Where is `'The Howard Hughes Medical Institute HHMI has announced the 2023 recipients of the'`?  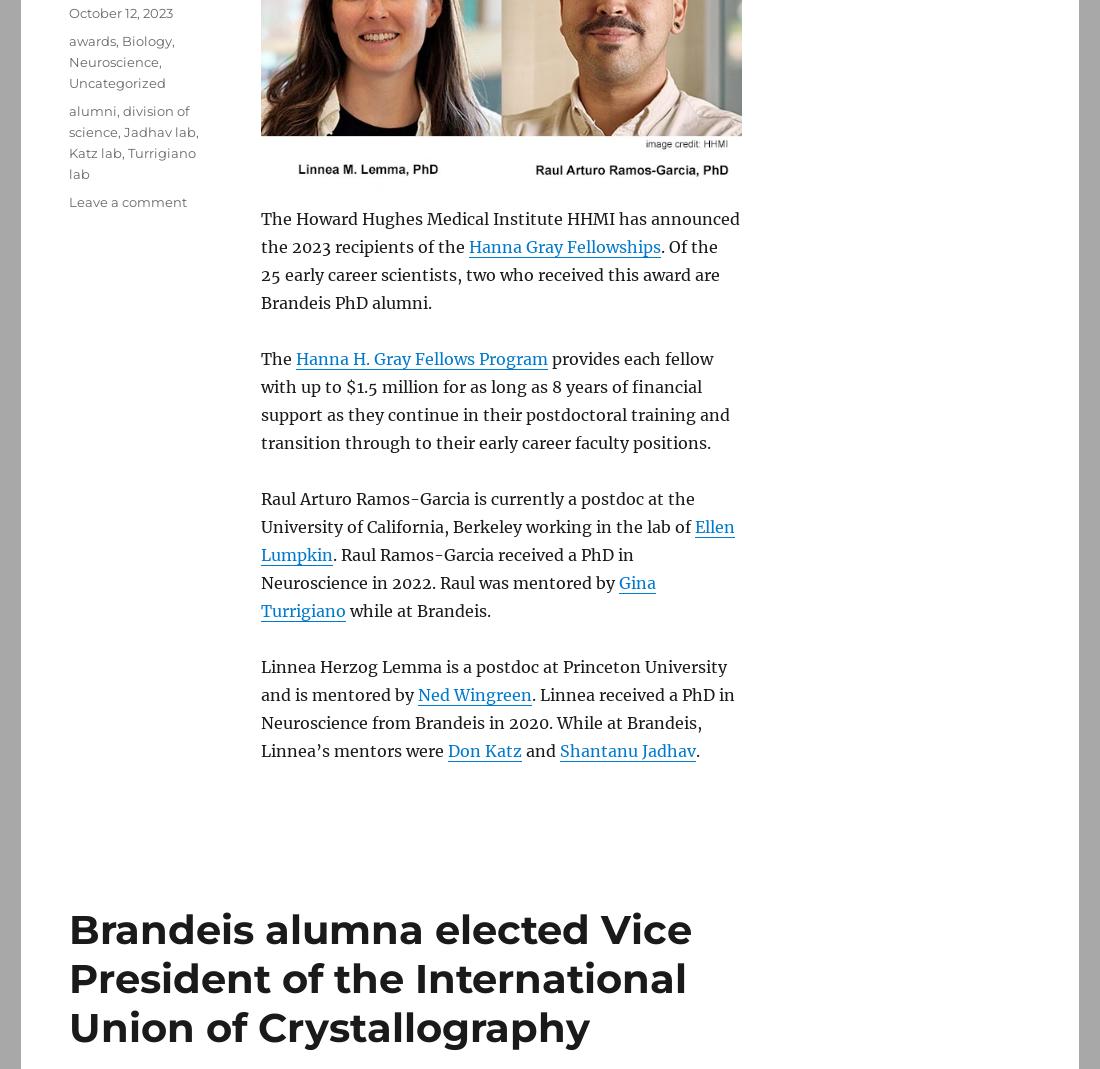 'The Howard Hughes Medical Institute HHMI has announced the 2023 recipients of the' is located at coordinates (500, 232).